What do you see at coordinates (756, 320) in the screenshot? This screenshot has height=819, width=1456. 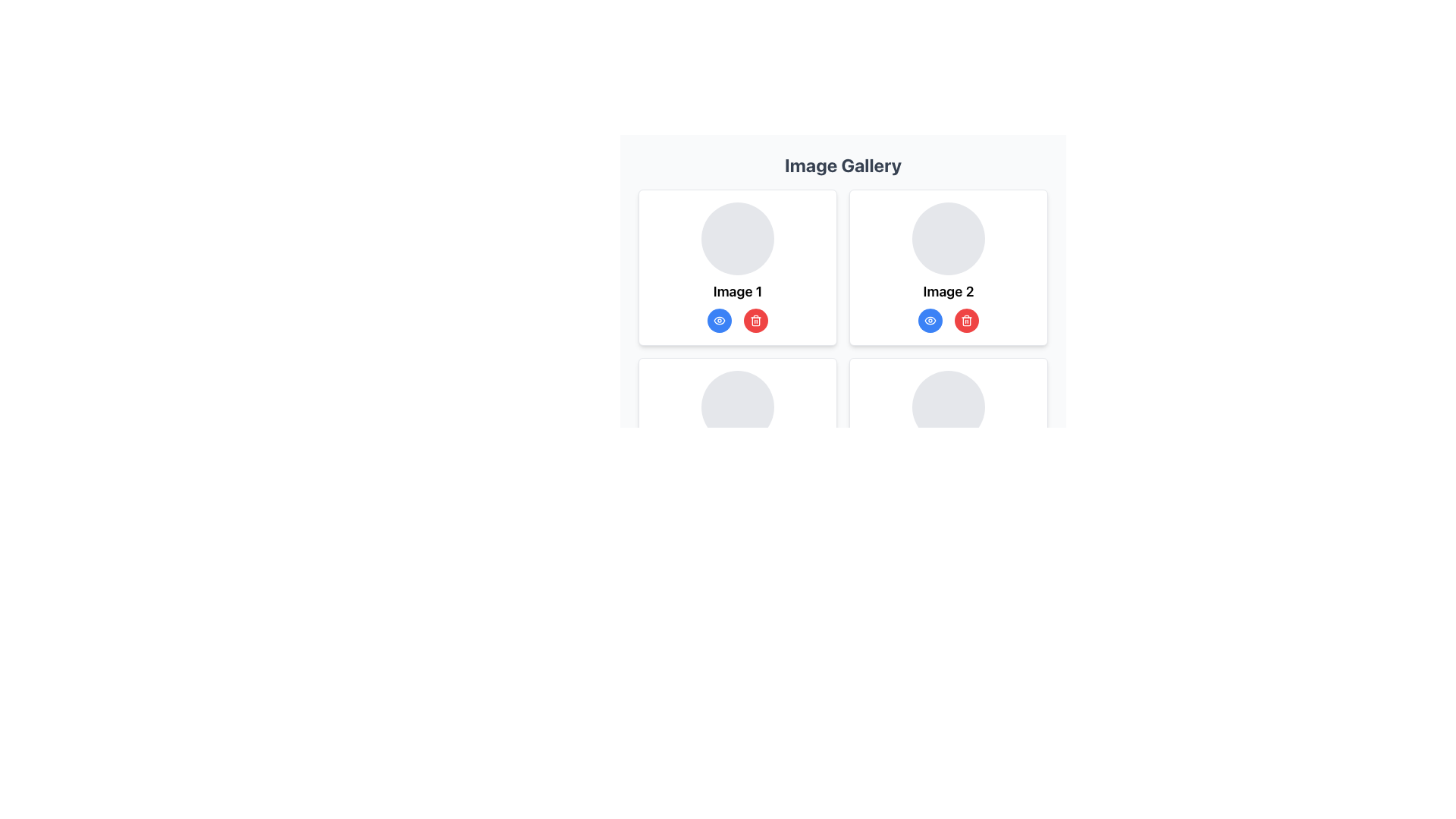 I see `the delete button, which is identified by its trash icon and is located to the immediate right of the blue circular button below 'Image 1'` at bounding box center [756, 320].